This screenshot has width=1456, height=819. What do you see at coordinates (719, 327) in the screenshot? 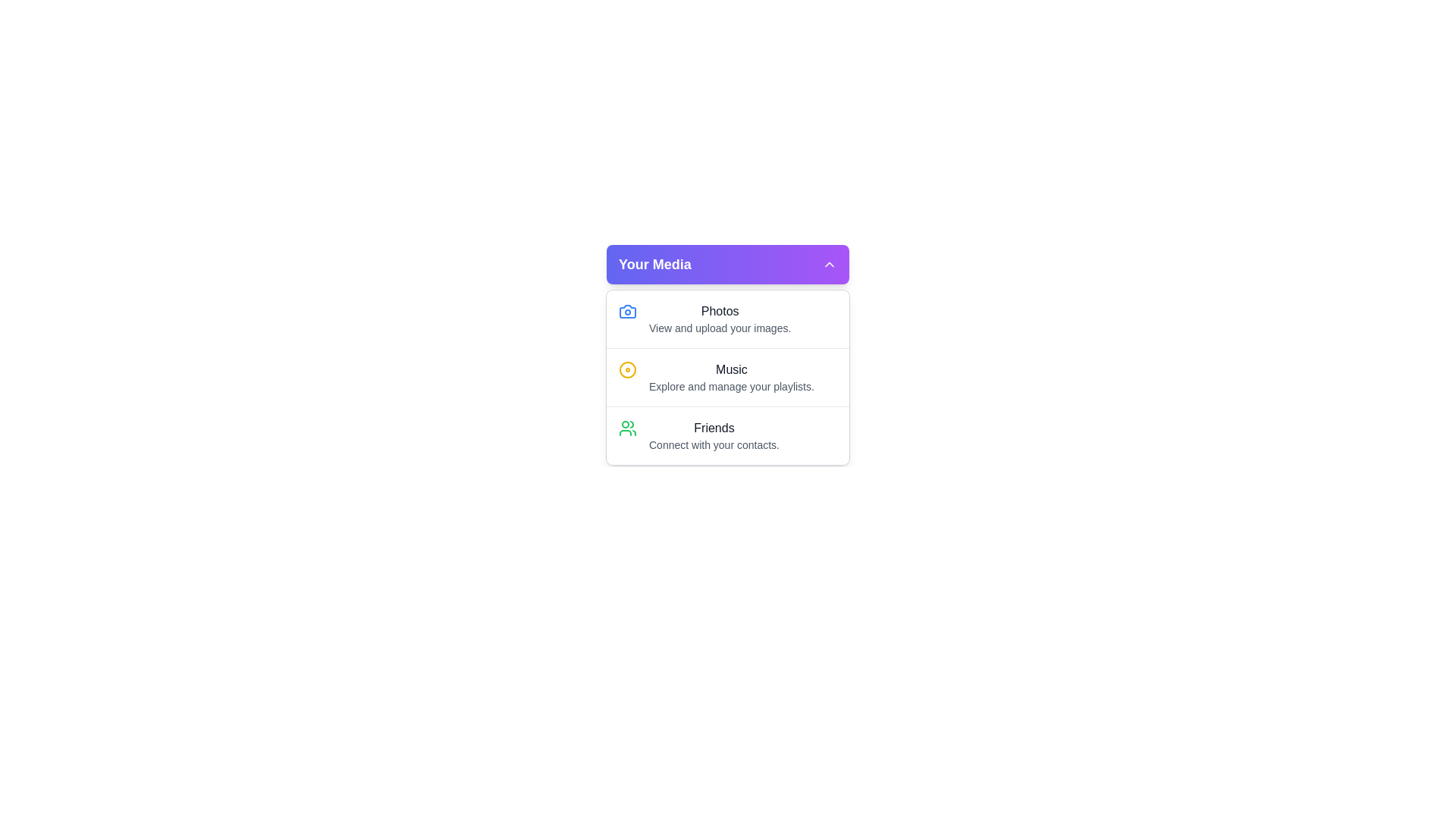
I see `the informational text label that provides a description related to the 'Photos' section, positioned below the 'Photos' title within the 'Your Media' dropdown interface` at bounding box center [719, 327].